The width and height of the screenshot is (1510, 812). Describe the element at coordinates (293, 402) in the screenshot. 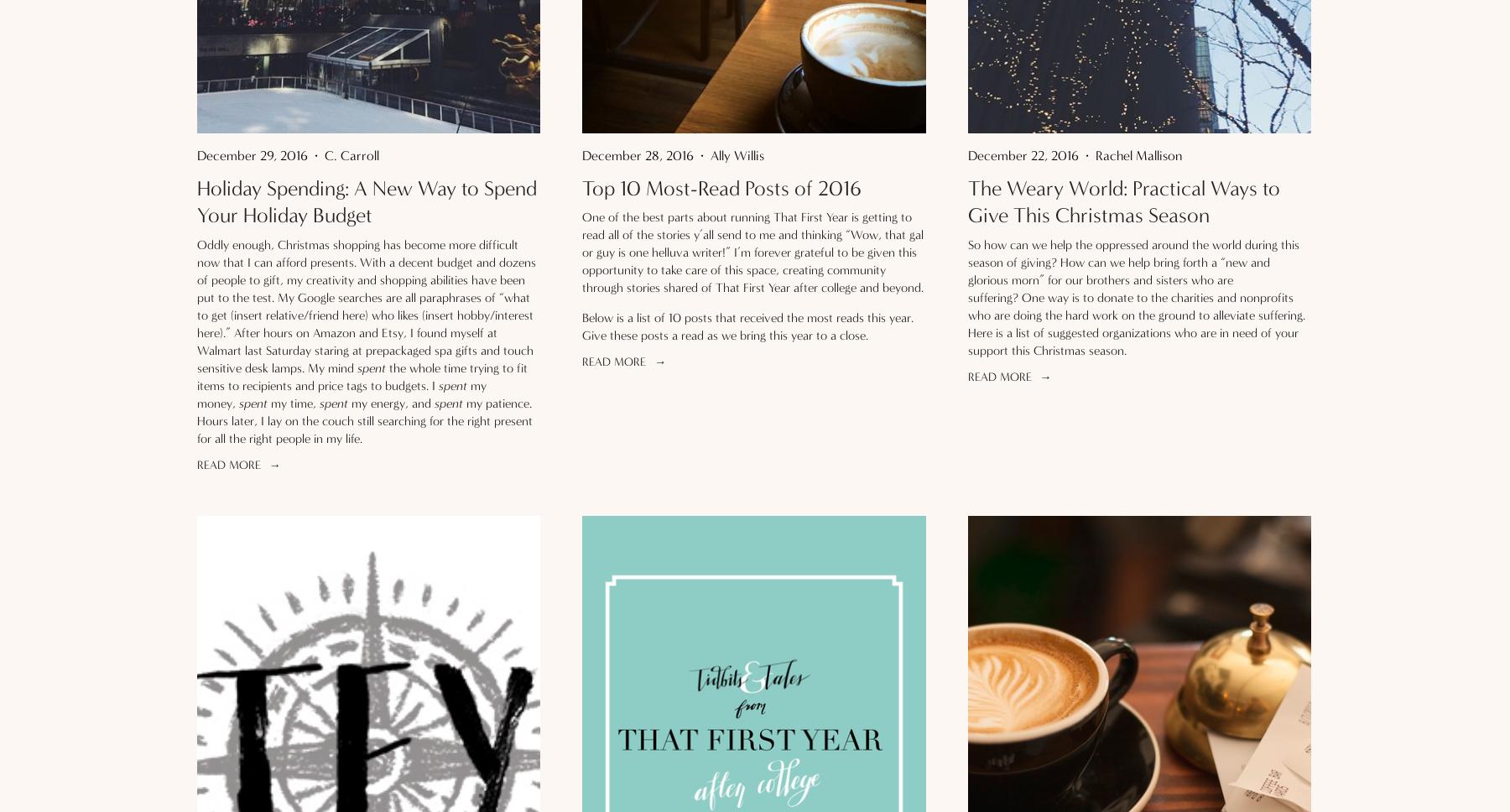

I see `'my time,'` at that location.